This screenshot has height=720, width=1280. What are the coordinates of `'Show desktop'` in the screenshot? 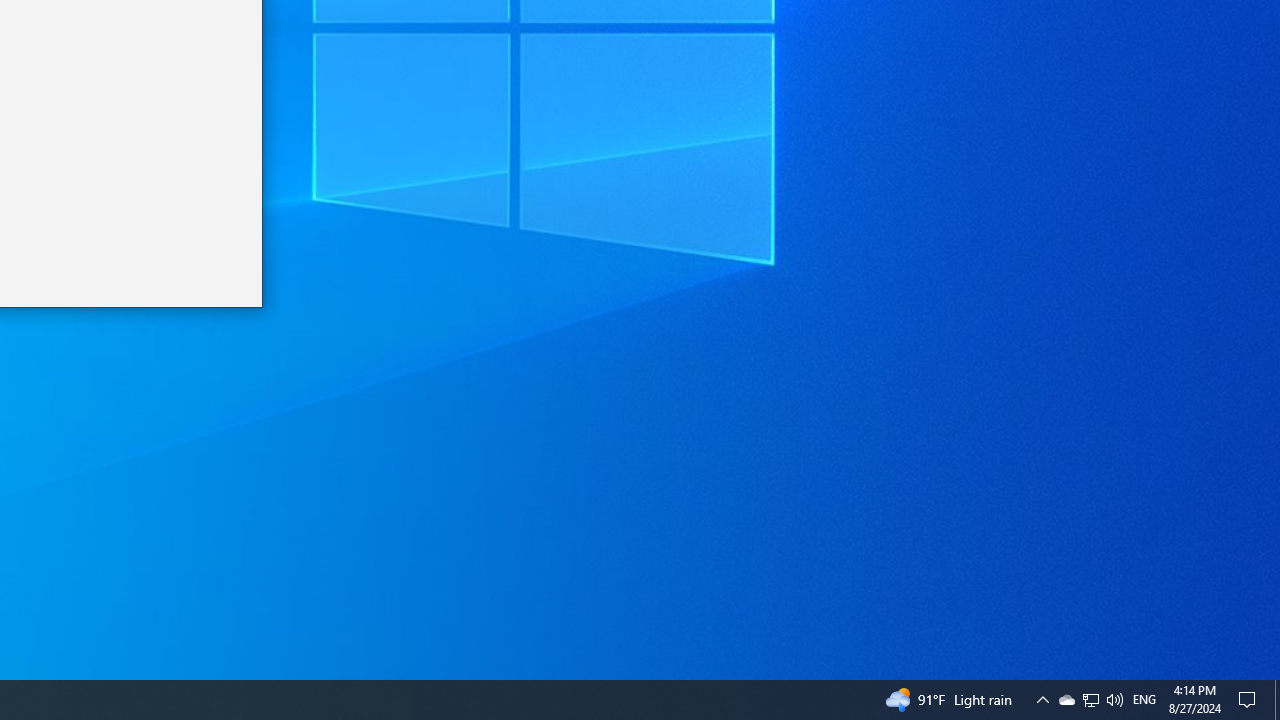 It's located at (1276, 698).